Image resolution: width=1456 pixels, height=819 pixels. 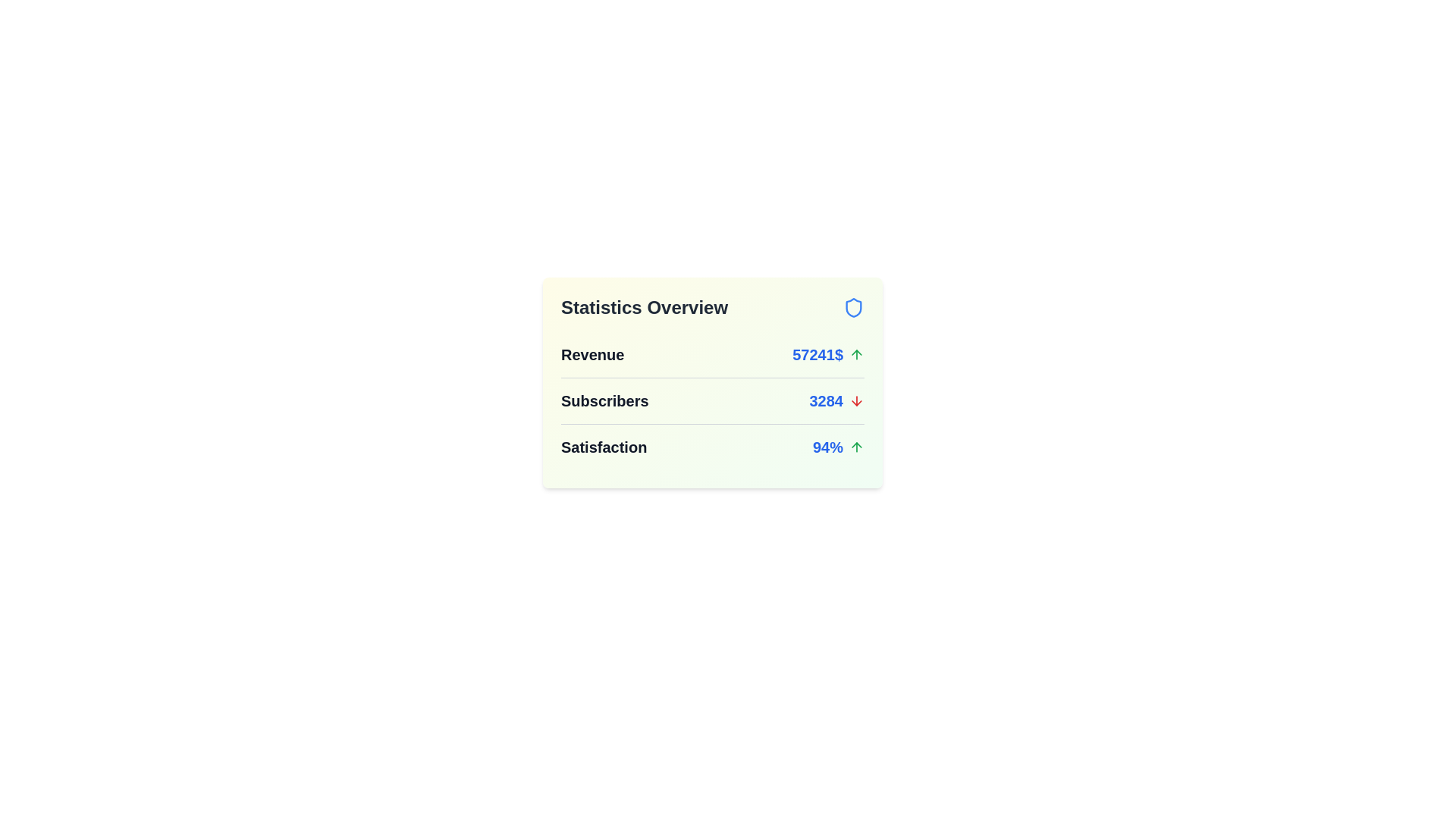 What do you see at coordinates (827, 354) in the screenshot?
I see `the statistic Revenue to view its details` at bounding box center [827, 354].